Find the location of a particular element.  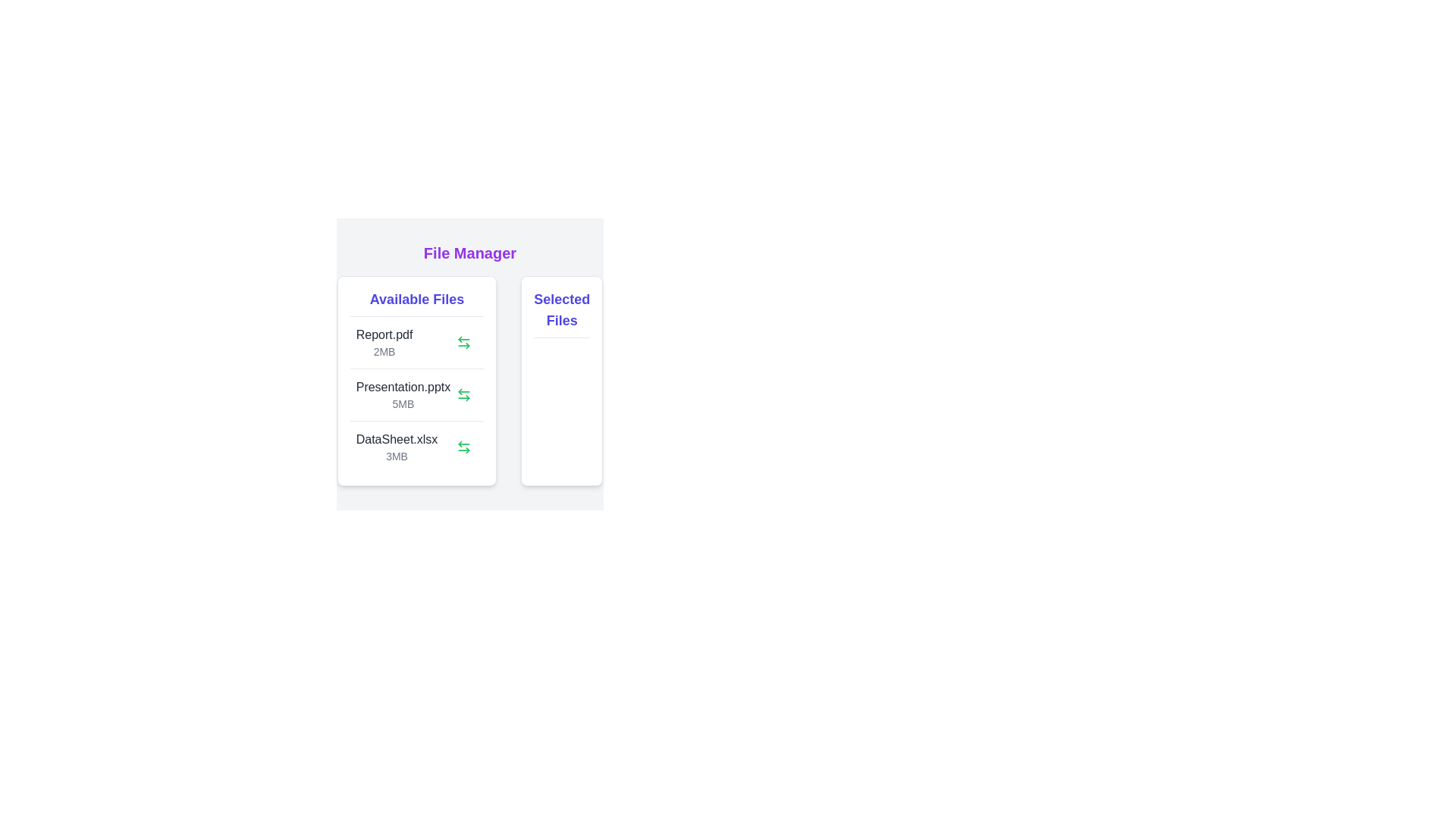

the button located in the 'Available Files' section, aligned to the right of the 'Presentation.pptx' row is located at coordinates (463, 394).